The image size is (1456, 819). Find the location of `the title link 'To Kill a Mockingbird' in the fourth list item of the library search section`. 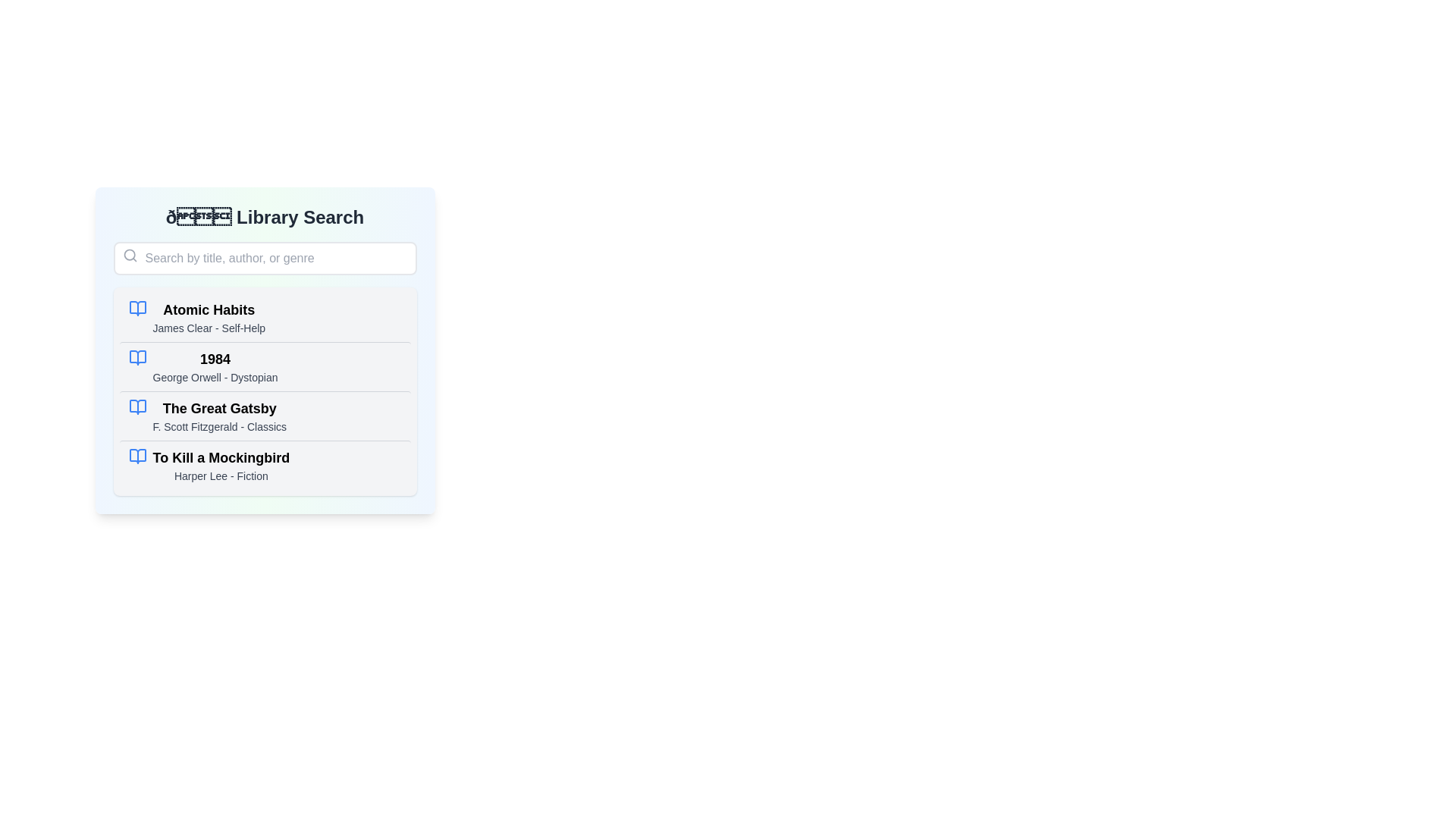

the title link 'To Kill a Mockingbird' in the fourth list item of the library search section is located at coordinates (220, 464).